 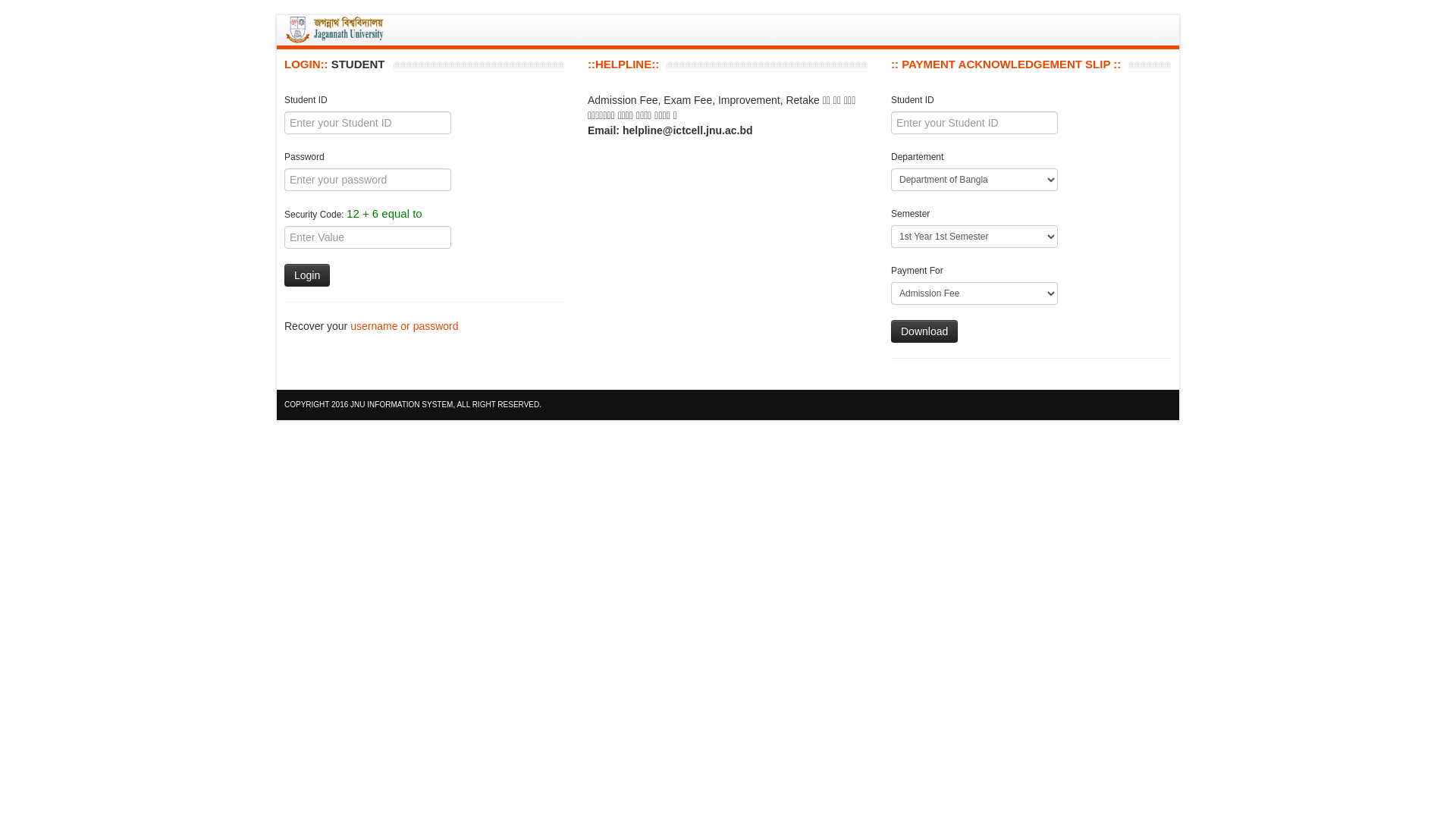 What do you see at coordinates (403, 325) in the screenshot?
I see `'username or password'` at bounding box center [403, 325].